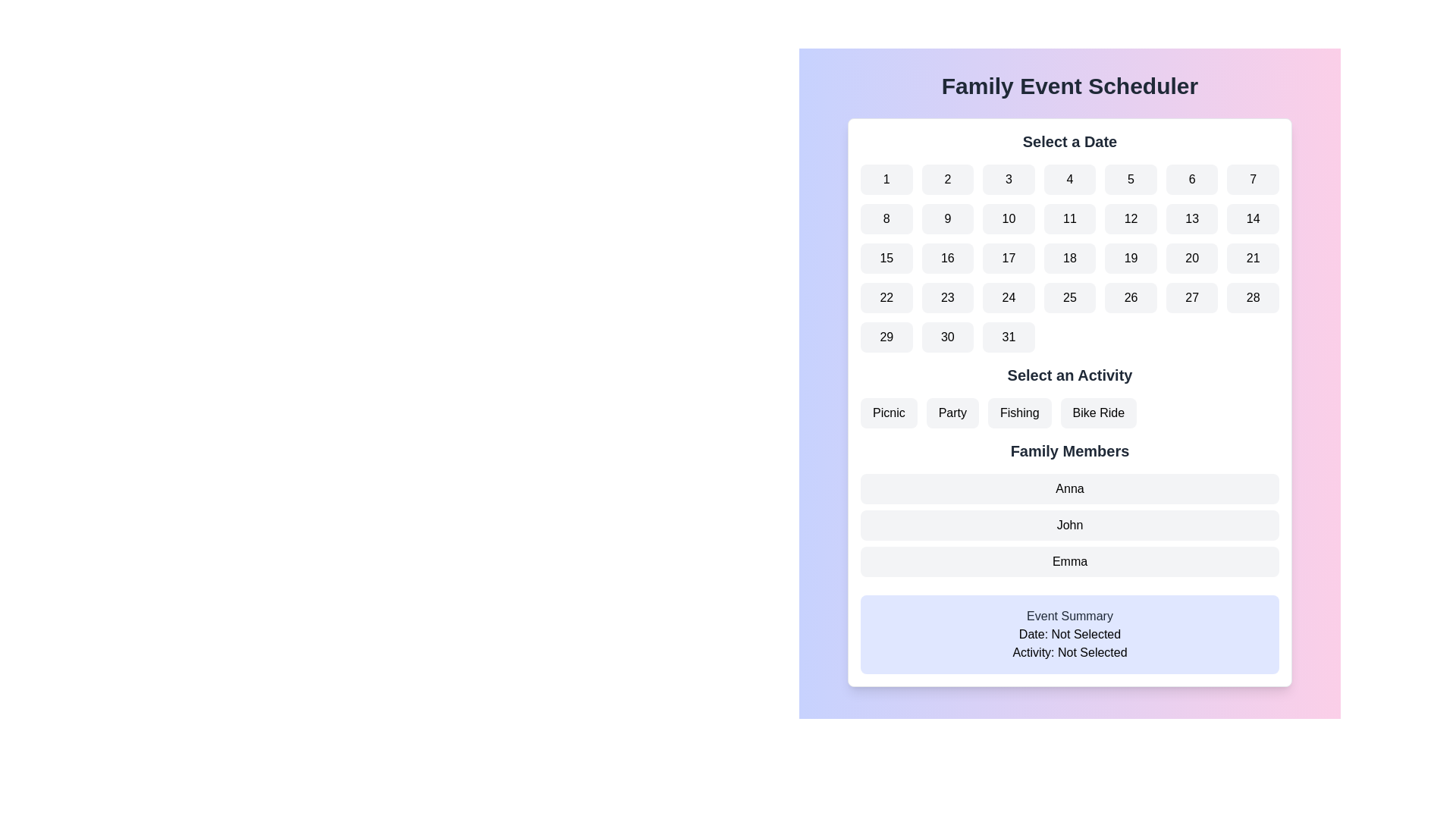 The height and width of the screenshot is (819, 1456). Describe the element at coordinates (1098, 413) in the screenshot. I see `the 'Bike Ride' button, which is the fourth button in a row under the 'Select an Activity' section` at that location.